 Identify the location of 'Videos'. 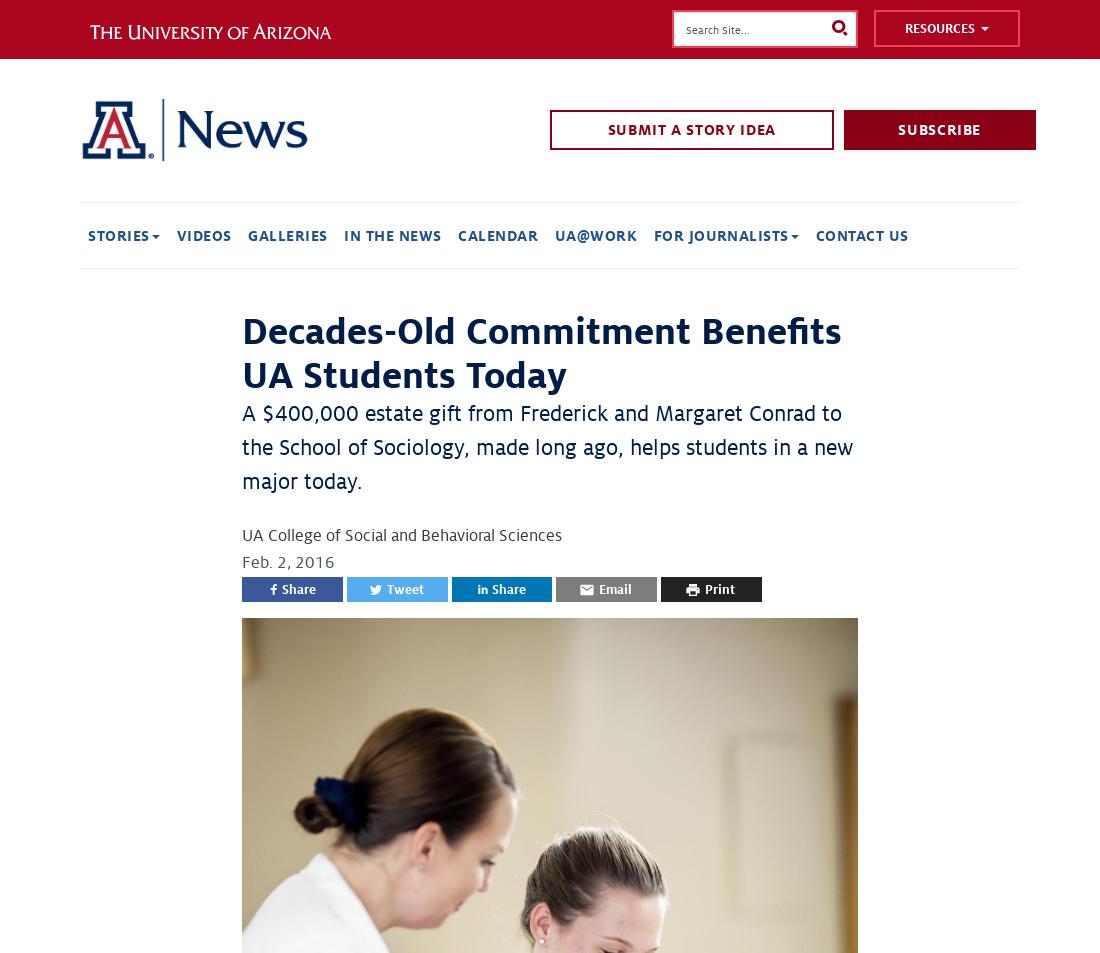
(202, 234).